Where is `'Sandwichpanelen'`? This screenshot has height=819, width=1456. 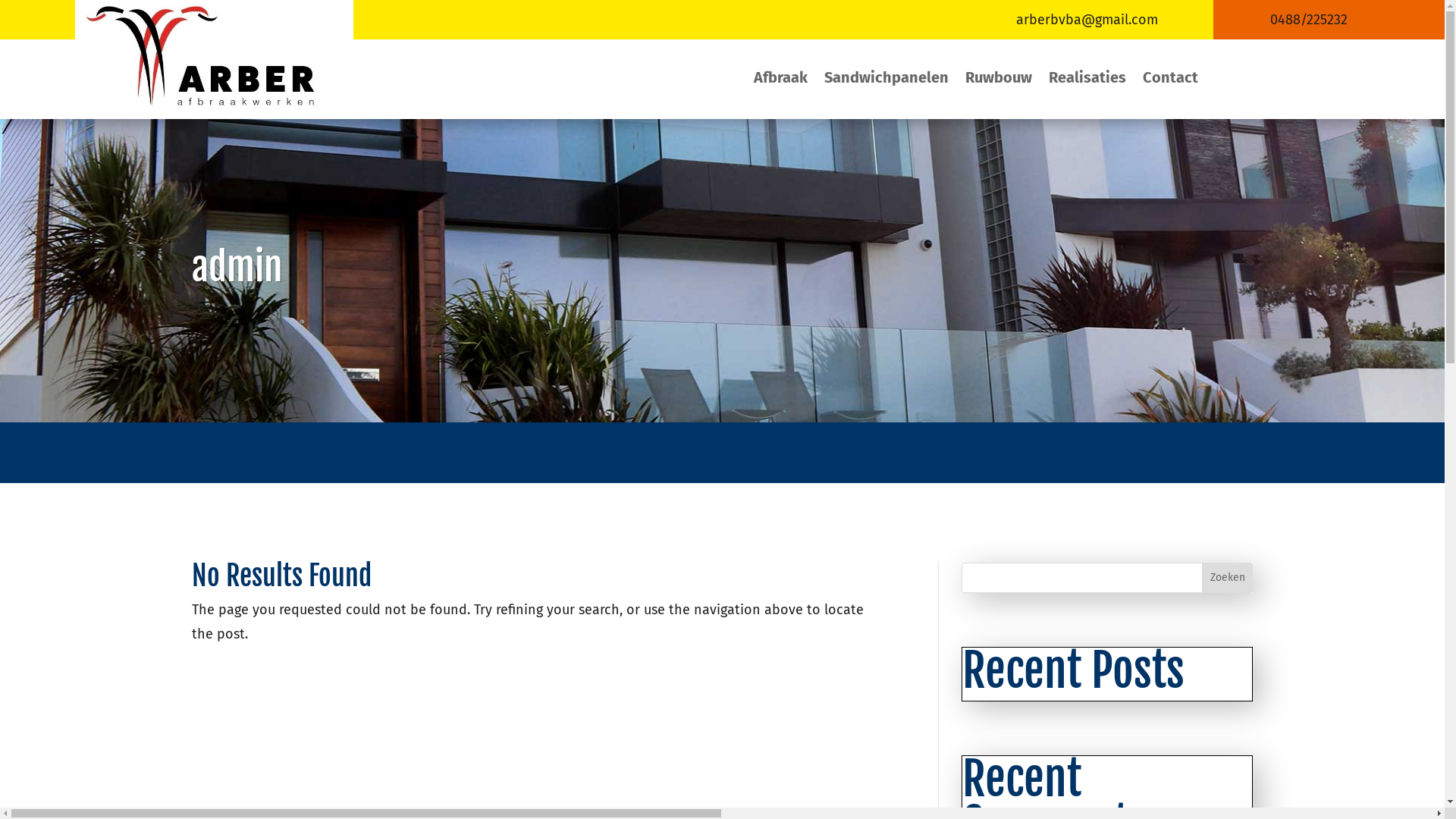 'Sandwichpanelen' is located at coordinates (886, 80).